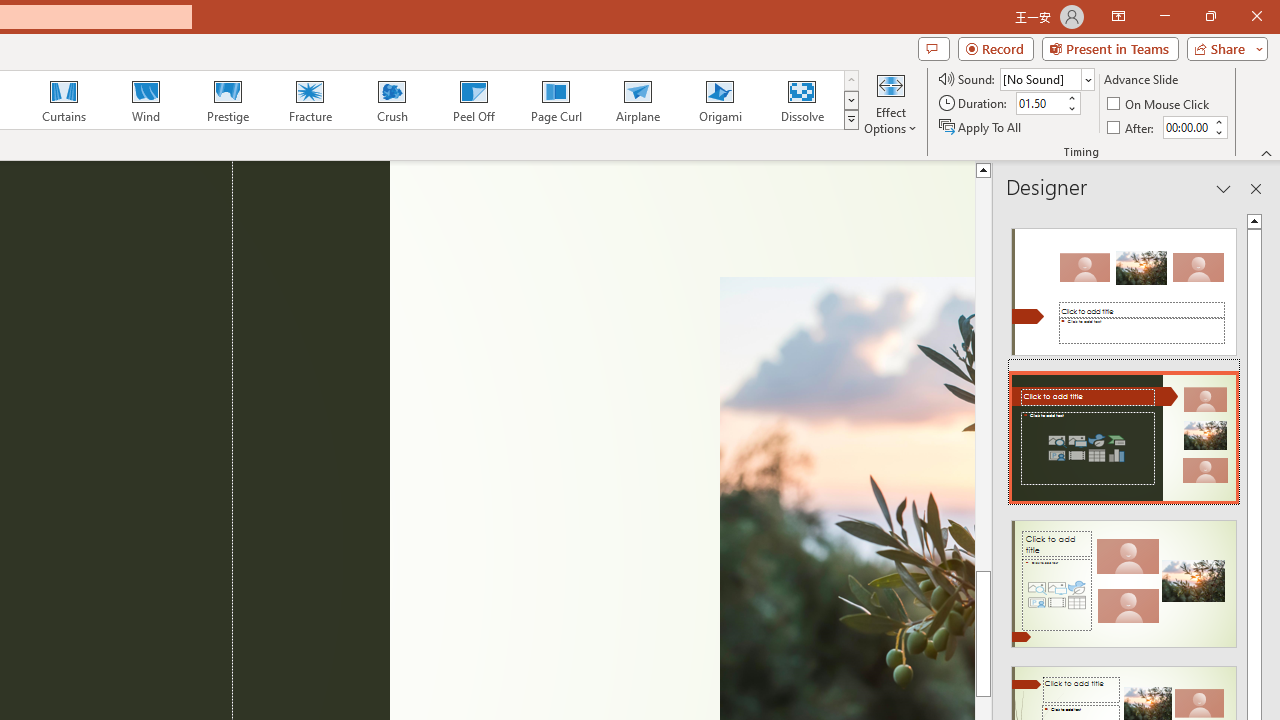  I want to click on 'Airplane', so click(636, 100).